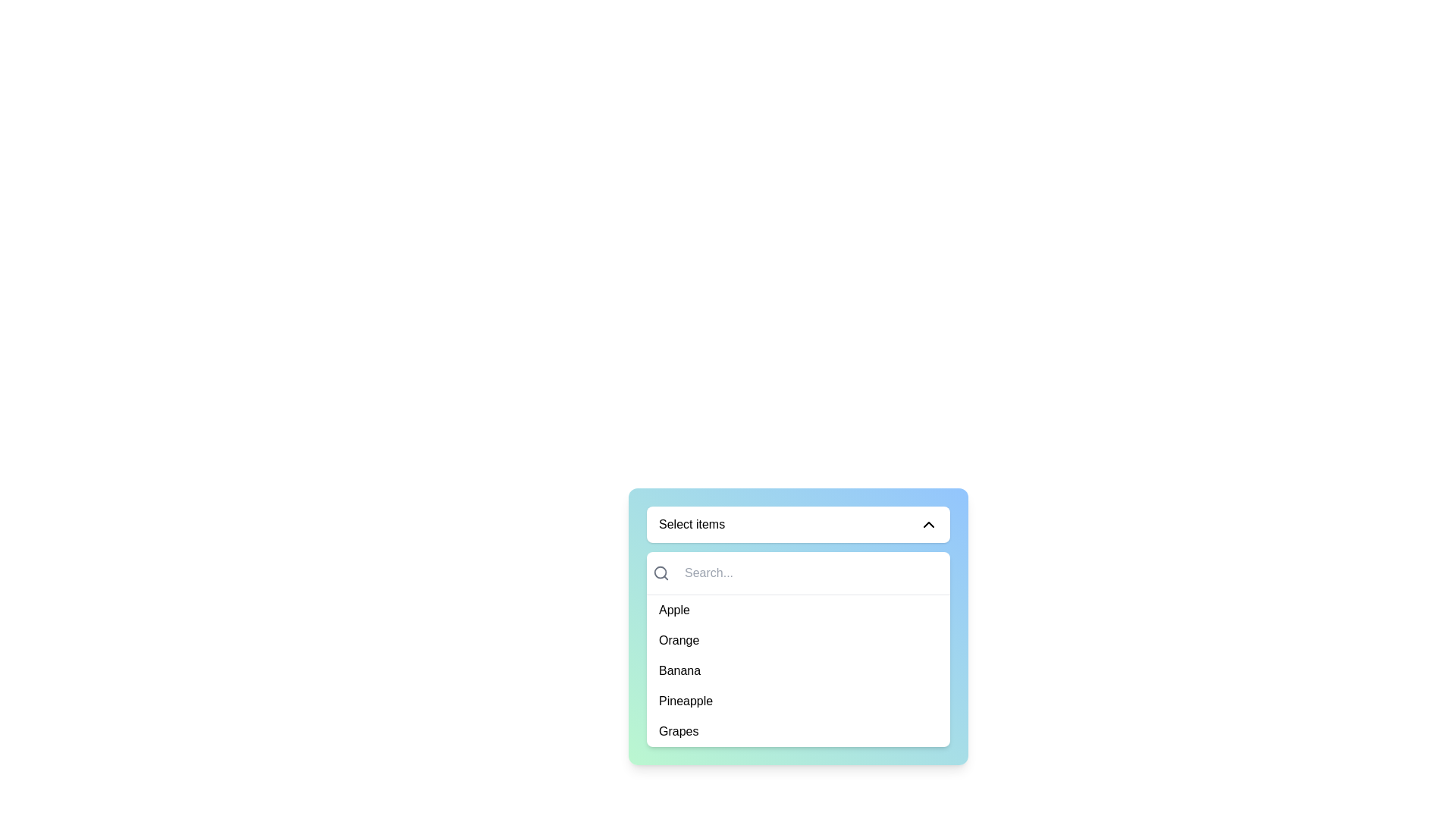 The width and height of the screenshot is (1456, 819). I want to click on the third list item that displays the word 'Banana' to activate its hover effect, so click(797, 670).